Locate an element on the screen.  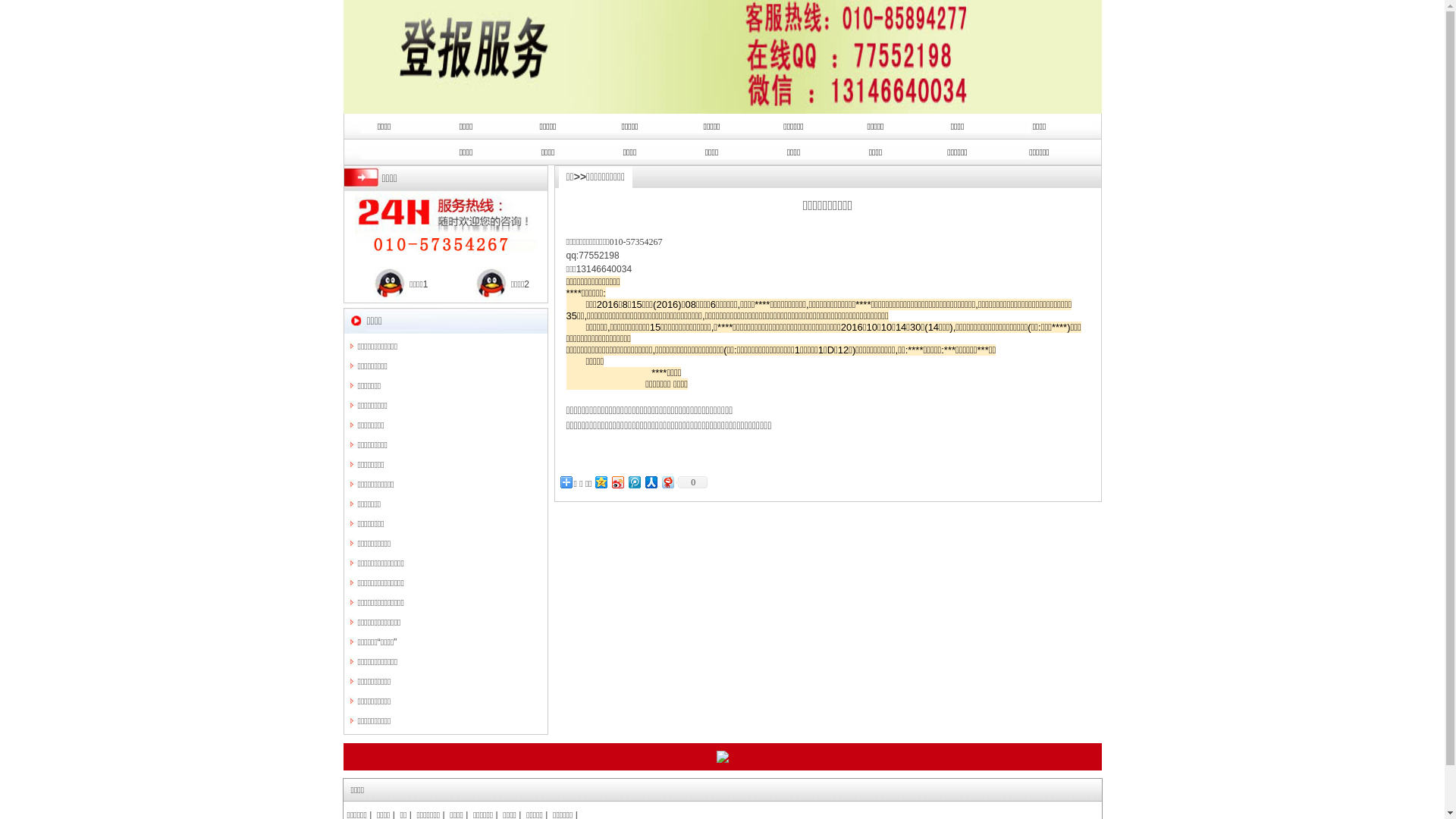
'0' is located at coordinates (675, 482).